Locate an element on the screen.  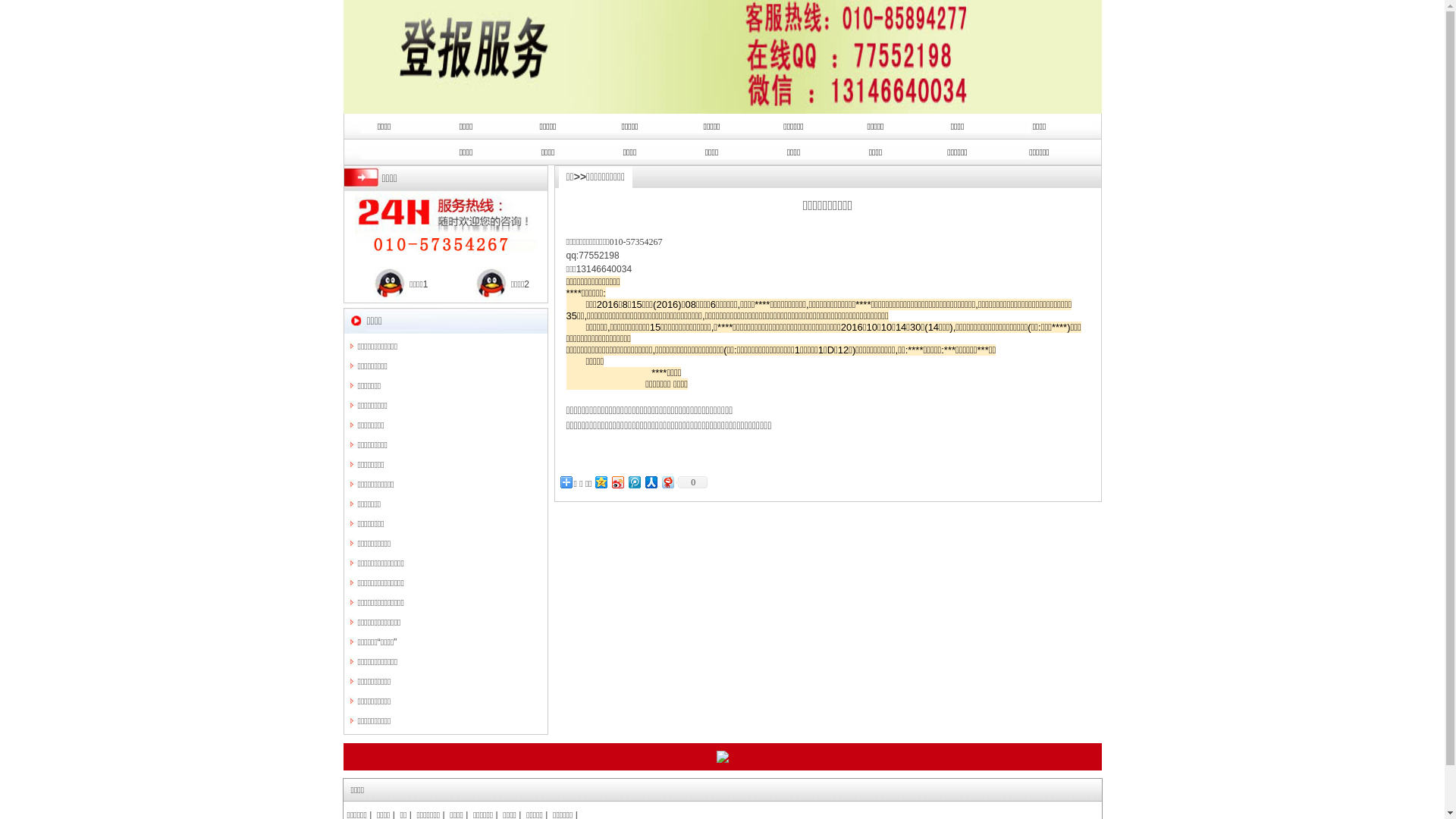
'0' is located at coordinates (675, 482).